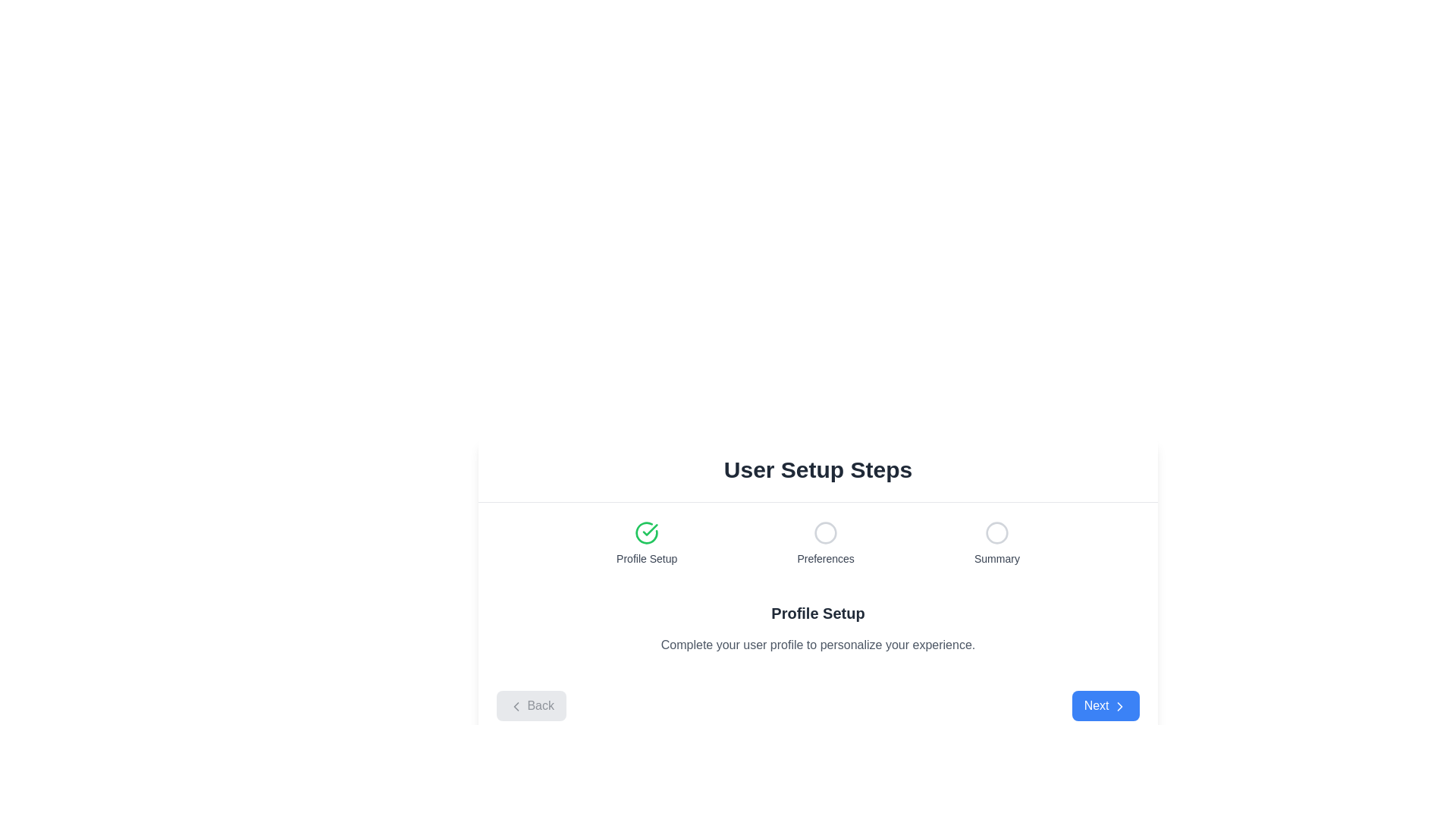  Describe the element at coordinates (817, 469) in the screenshot. I see `the Text Label or Heading at the top of the user setup panel, which introduces the user setup process` at that location.